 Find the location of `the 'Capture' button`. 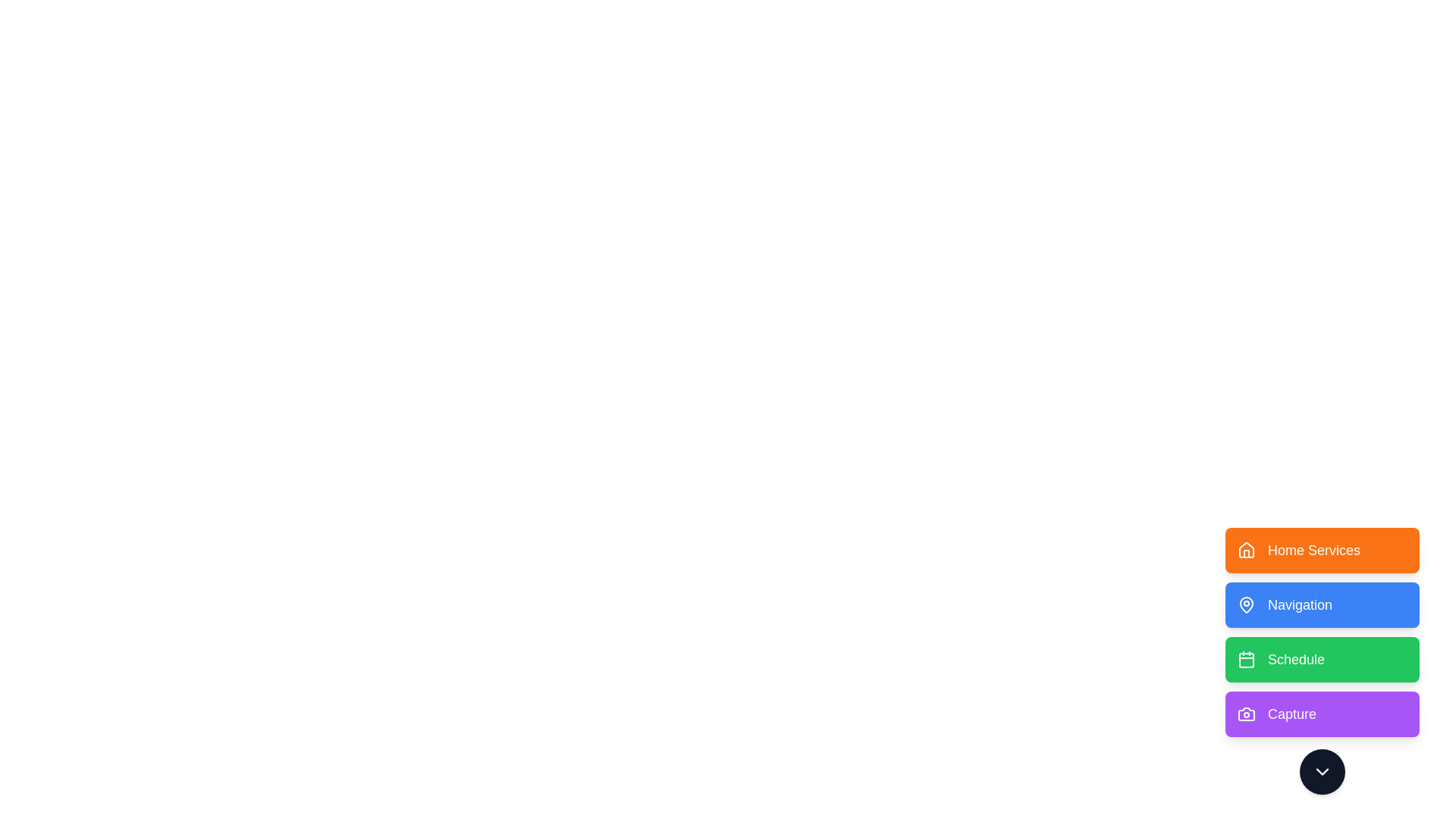

the 'Capture' button is located at coordinates (1321, 714).